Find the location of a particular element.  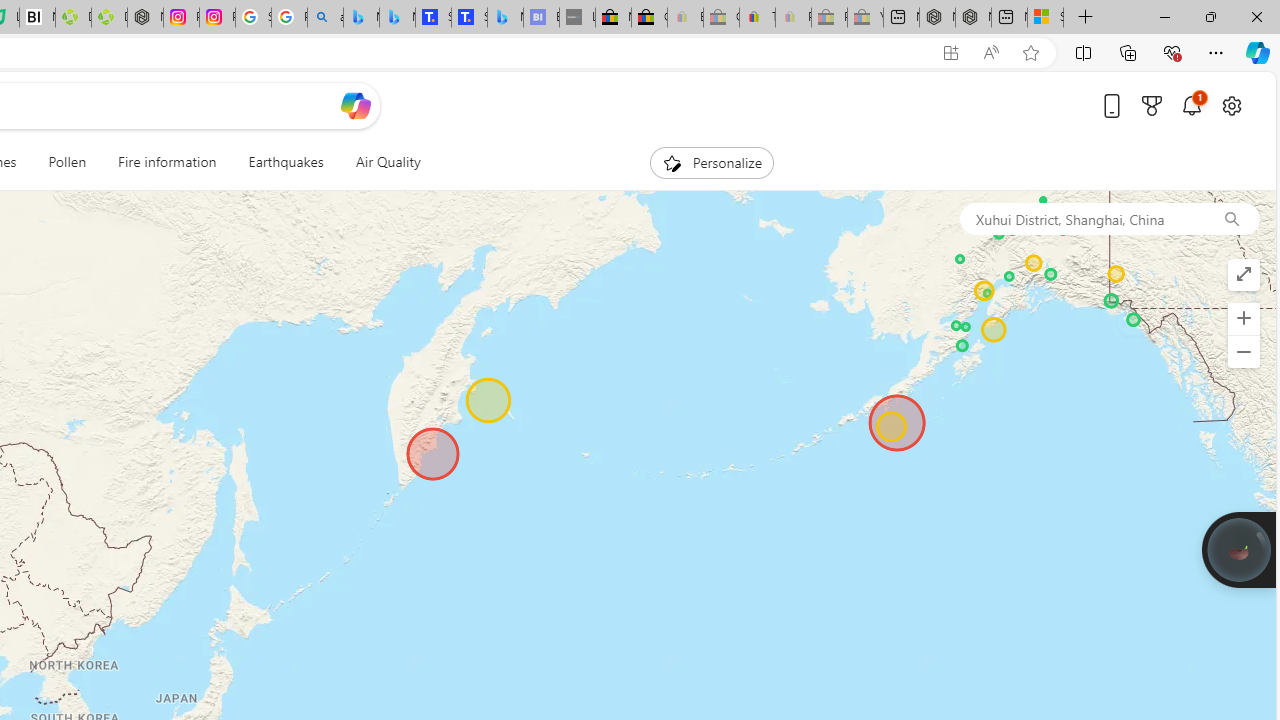

'alabama high school quarterback dies - Search' is located at coordinates (325, 17).